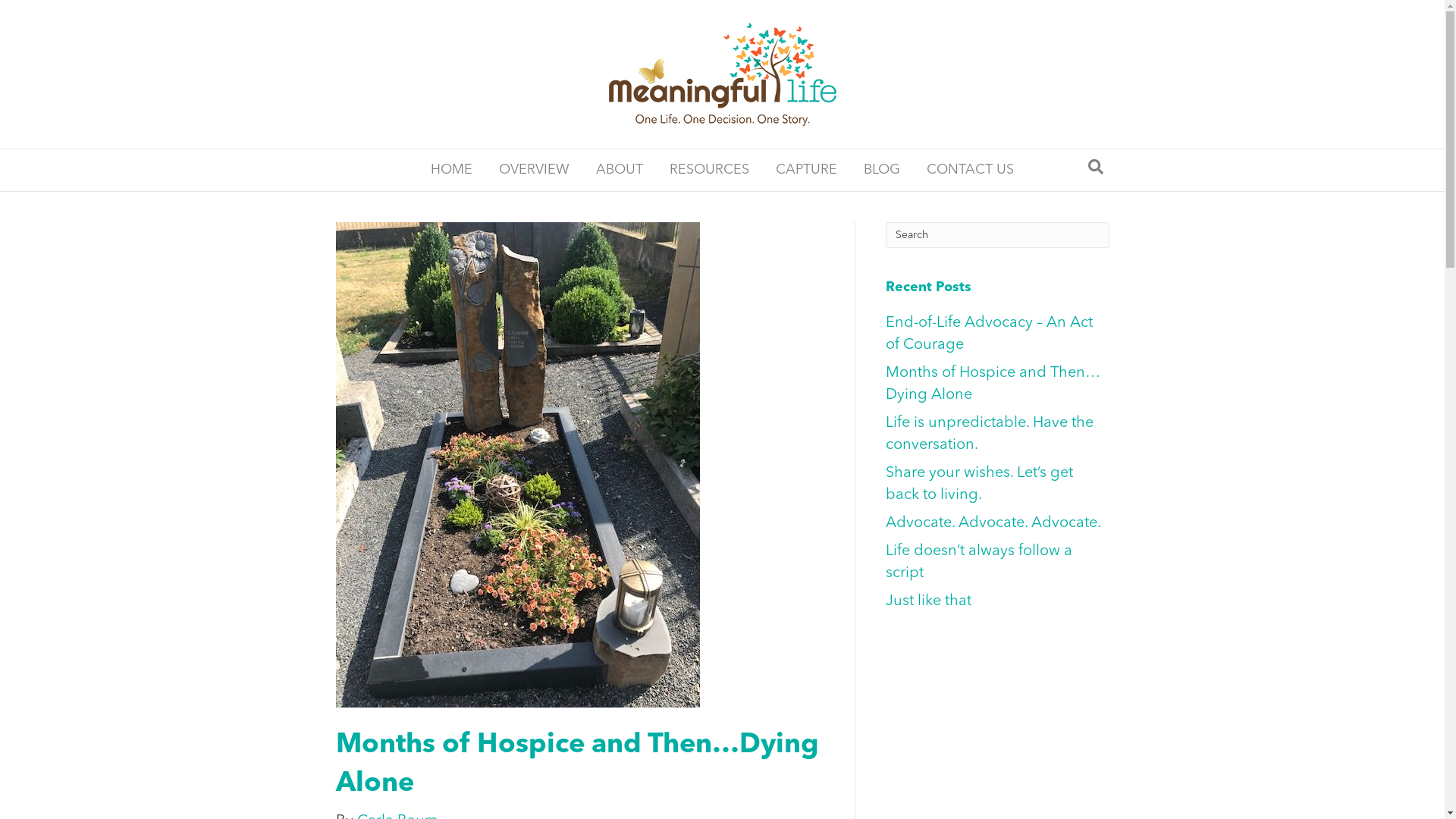 The image size is (1456, 819). Describe the element at coordinates (927, 601) in the screenshot. I see `'Just like that'` at that location.